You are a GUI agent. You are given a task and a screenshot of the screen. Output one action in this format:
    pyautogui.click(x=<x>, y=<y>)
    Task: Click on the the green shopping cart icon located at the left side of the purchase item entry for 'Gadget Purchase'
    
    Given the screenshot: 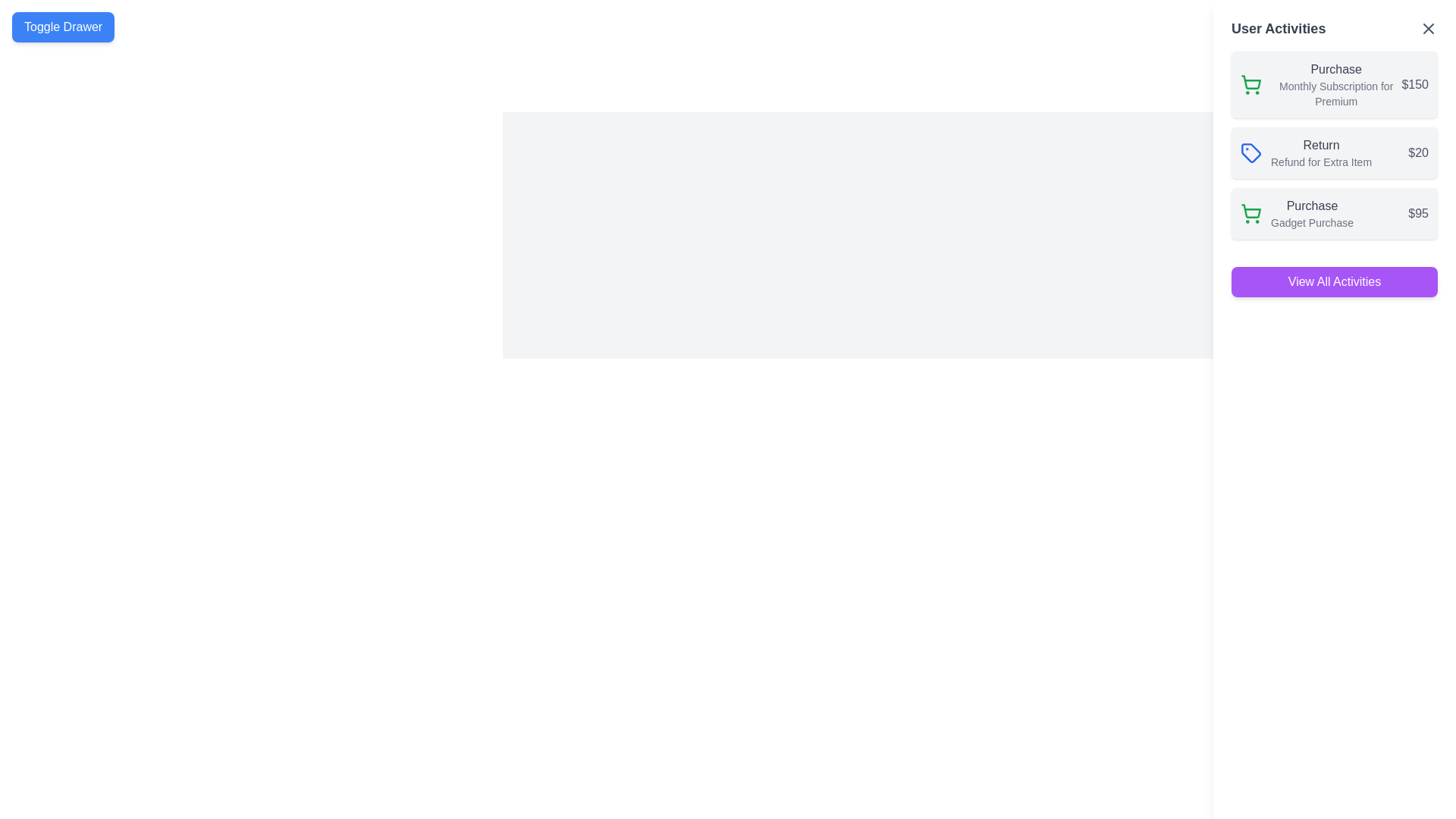 What is the action you would take?
    pyautogui.click(x=1251, y=213)
    